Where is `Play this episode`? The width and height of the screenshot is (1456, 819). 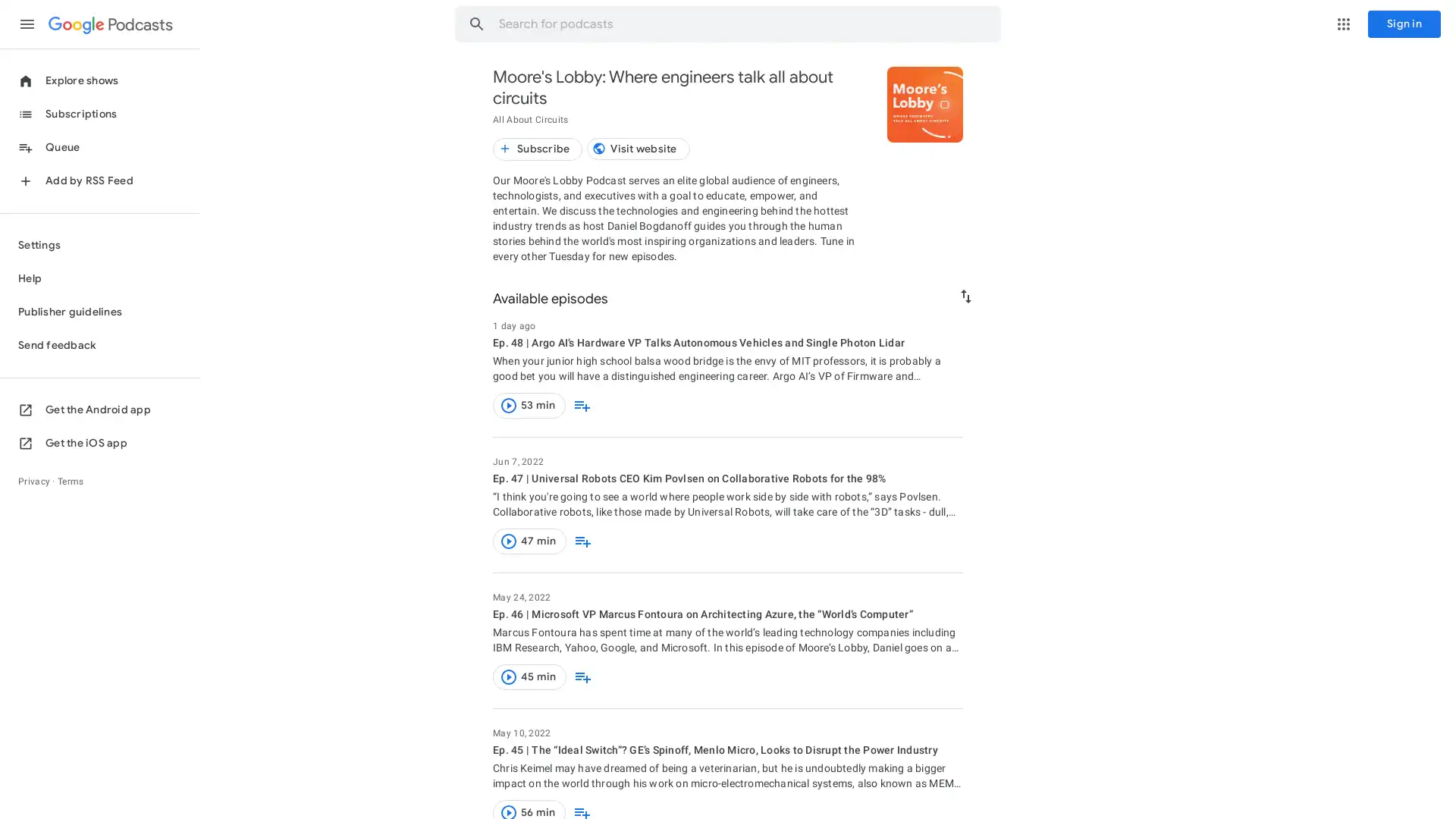 Play this episode is located at coordinates (509, 405).